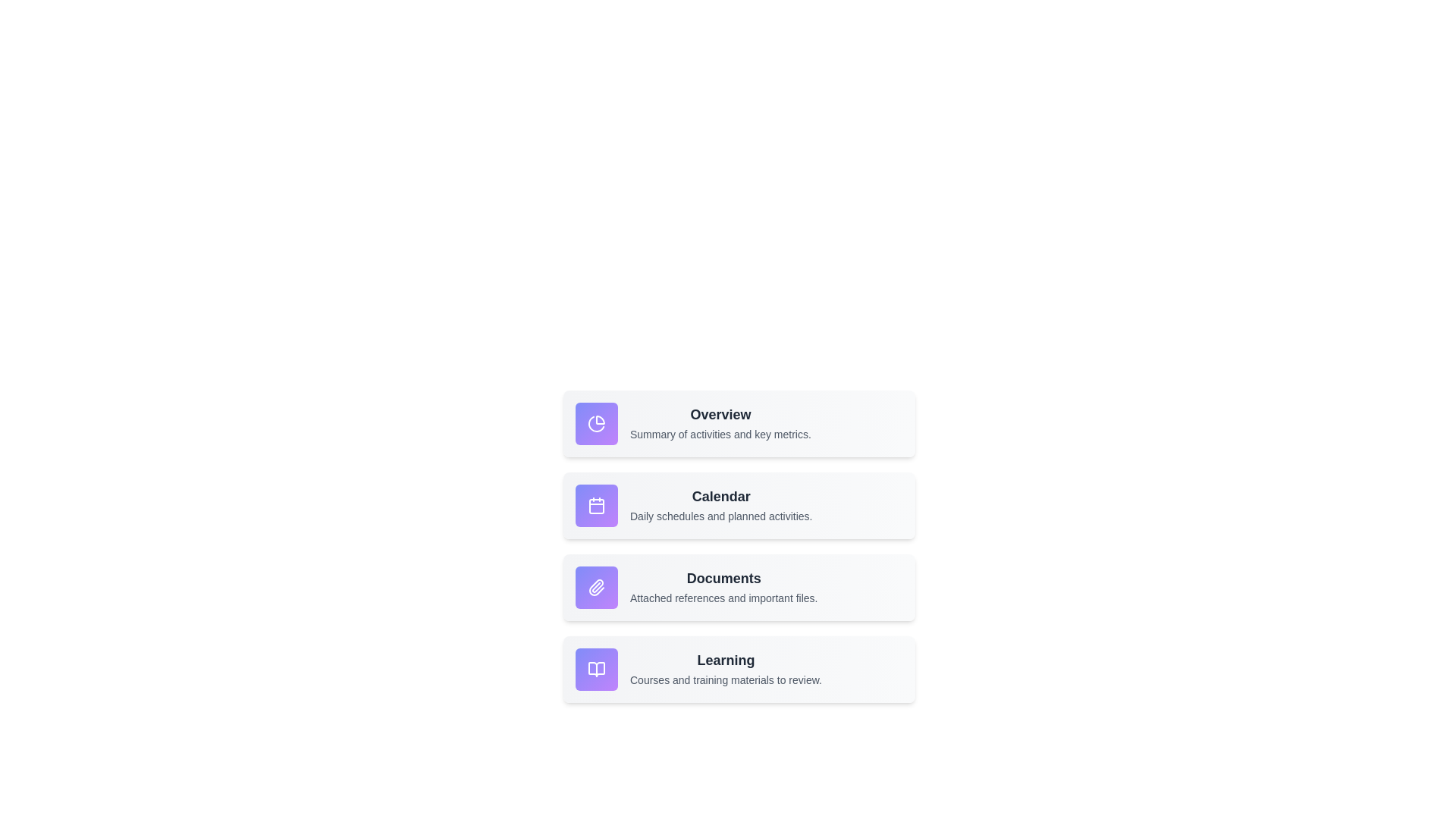  Describe the element at coordinates (596, 669) in the screenshot. I see `the functionality of the icon corresponding to Learning` at that location.